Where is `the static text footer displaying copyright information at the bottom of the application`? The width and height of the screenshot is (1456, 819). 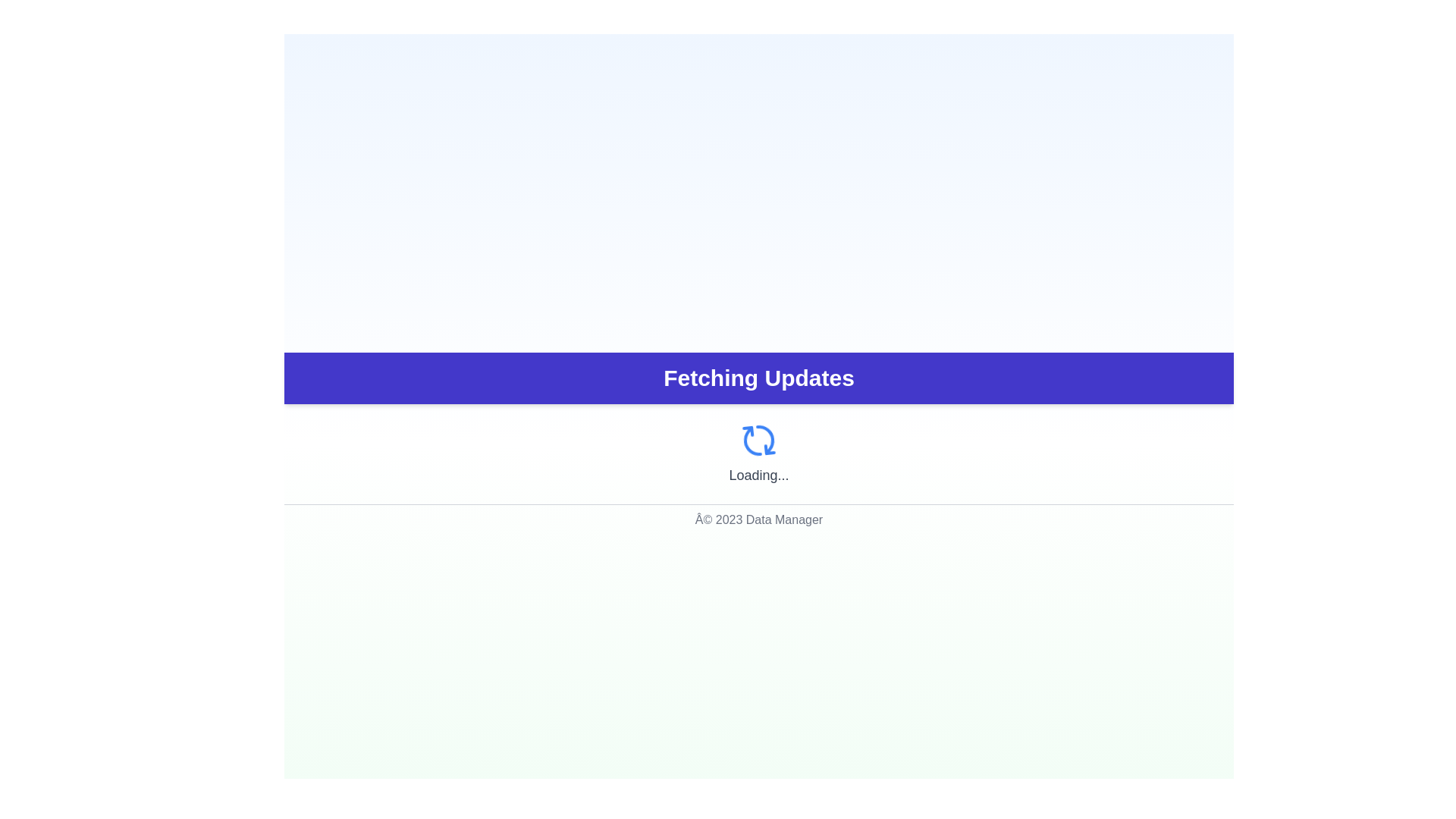 the static text footer displaying copyright information at the bottom of the application is located at coordinates (759, 519).